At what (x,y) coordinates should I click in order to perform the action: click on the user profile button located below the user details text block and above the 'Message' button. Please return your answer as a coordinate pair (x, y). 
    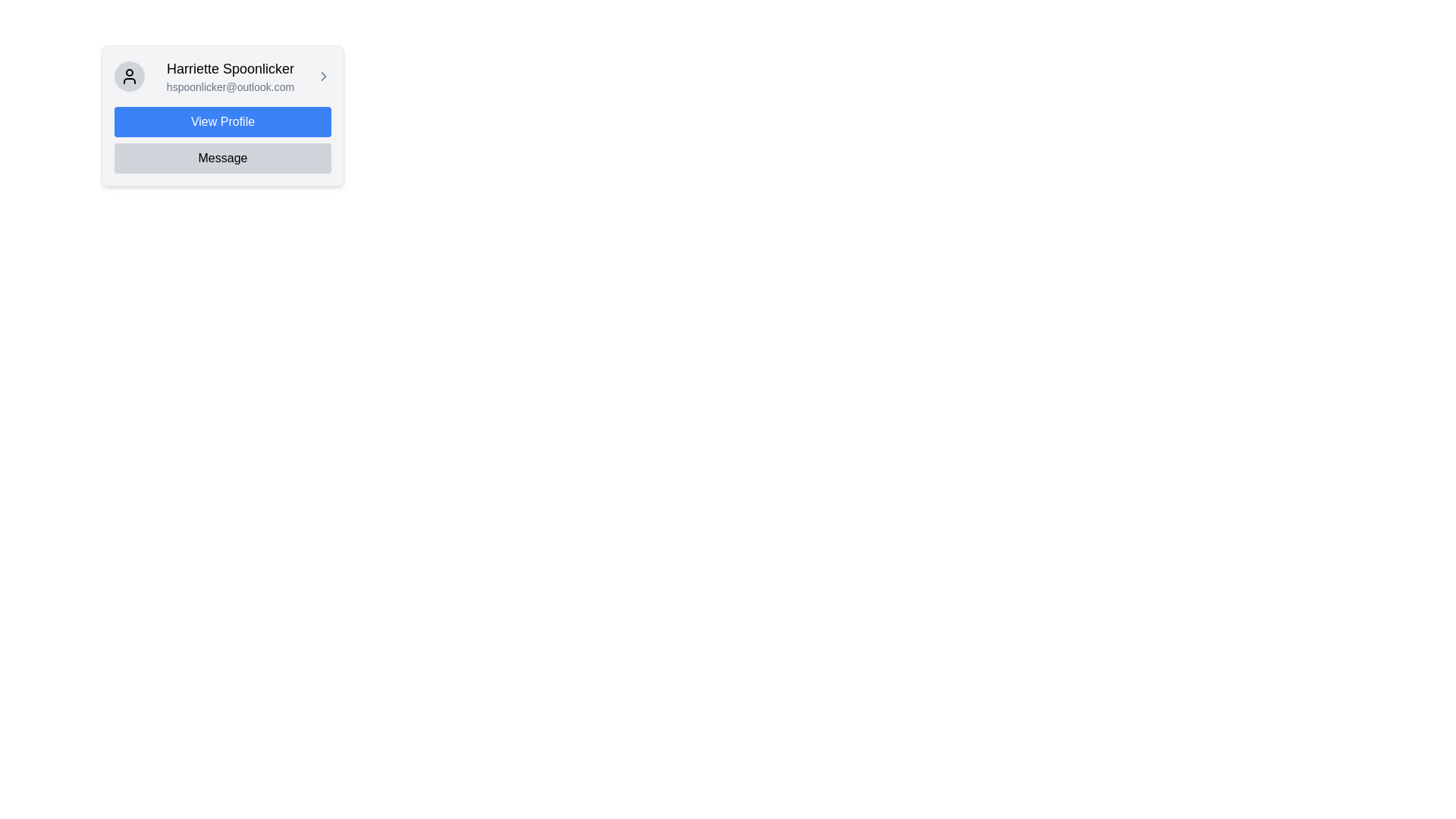
    Looking at the image, I should click on (221, 121).